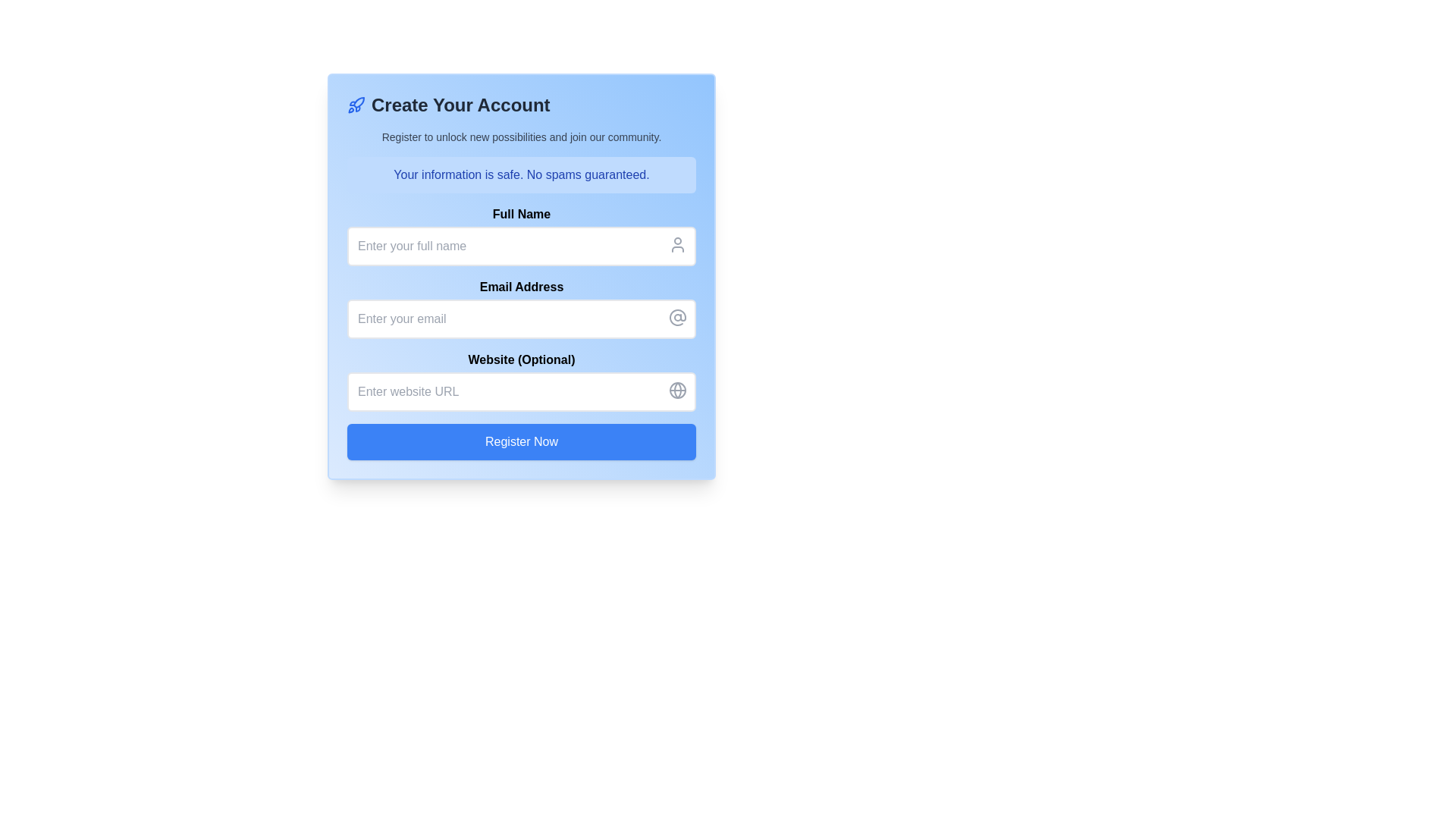 This screenshot has height=819, width=1456. What do you see at coordinates (521, 137) in the screenshot?
I see `the text label that contains the message 'Register to unlock new possibilities and join our community.' located centrally below the header 'Create Your Account'` at bounding box center [521, 137].